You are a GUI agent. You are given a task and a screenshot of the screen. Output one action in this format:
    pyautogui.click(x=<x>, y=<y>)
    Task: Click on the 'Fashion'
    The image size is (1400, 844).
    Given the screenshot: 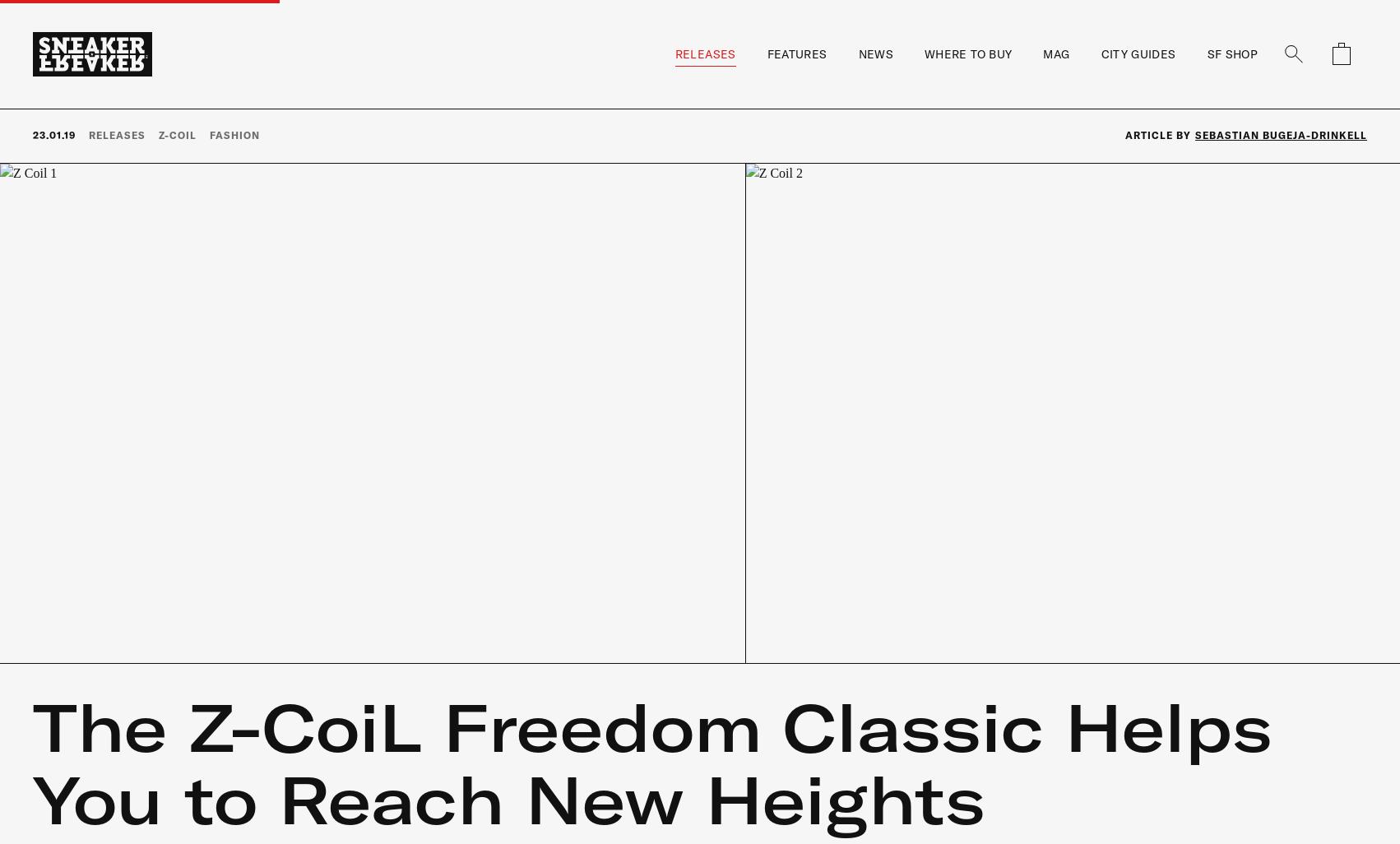 What is the action you would take?
    pyautogui.click(x=234, y=133)
    